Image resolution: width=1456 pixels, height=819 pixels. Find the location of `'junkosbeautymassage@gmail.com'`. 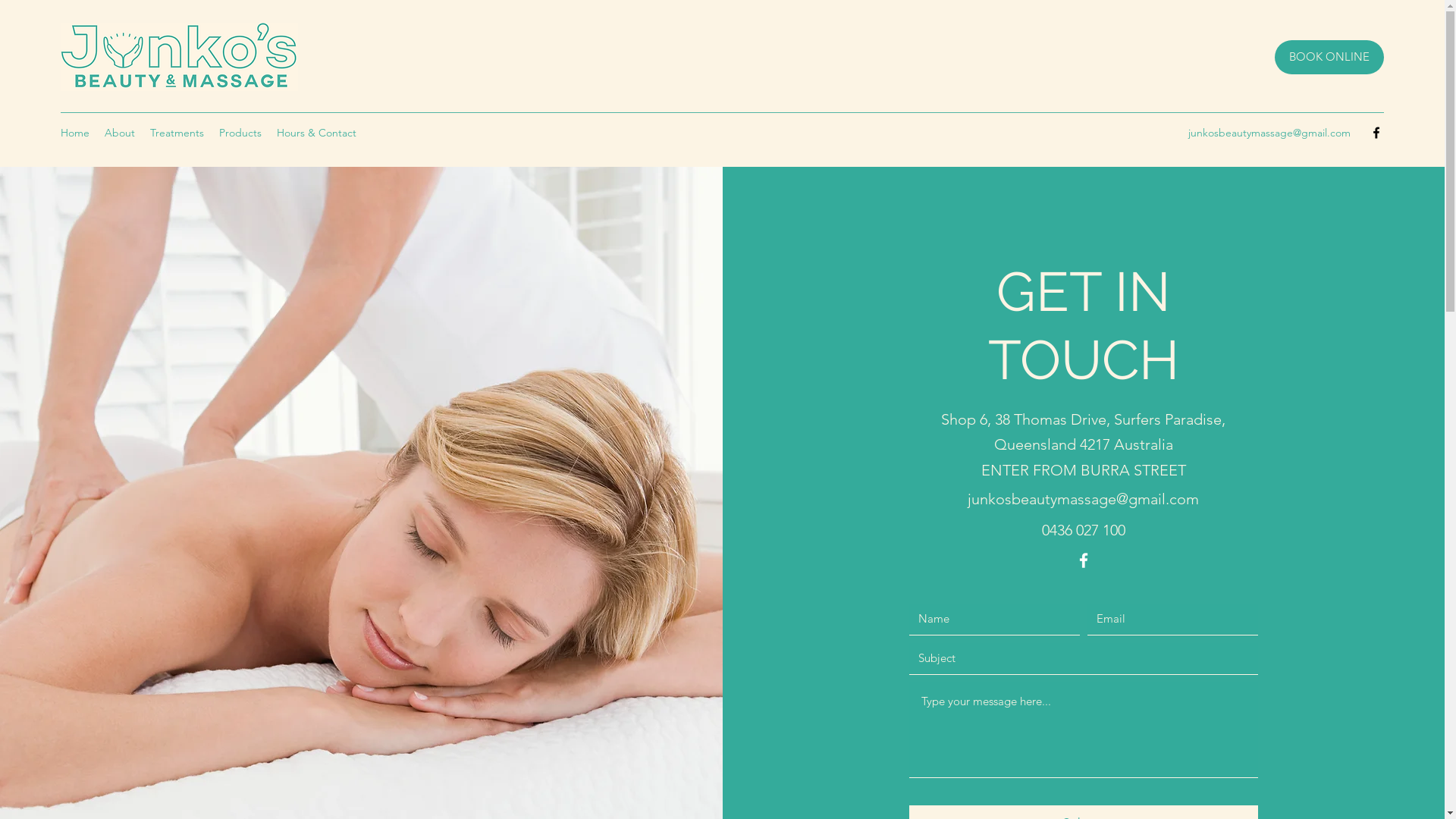

'junkosbeautymassage@gmail.com' is located at coordinates (967, 499).